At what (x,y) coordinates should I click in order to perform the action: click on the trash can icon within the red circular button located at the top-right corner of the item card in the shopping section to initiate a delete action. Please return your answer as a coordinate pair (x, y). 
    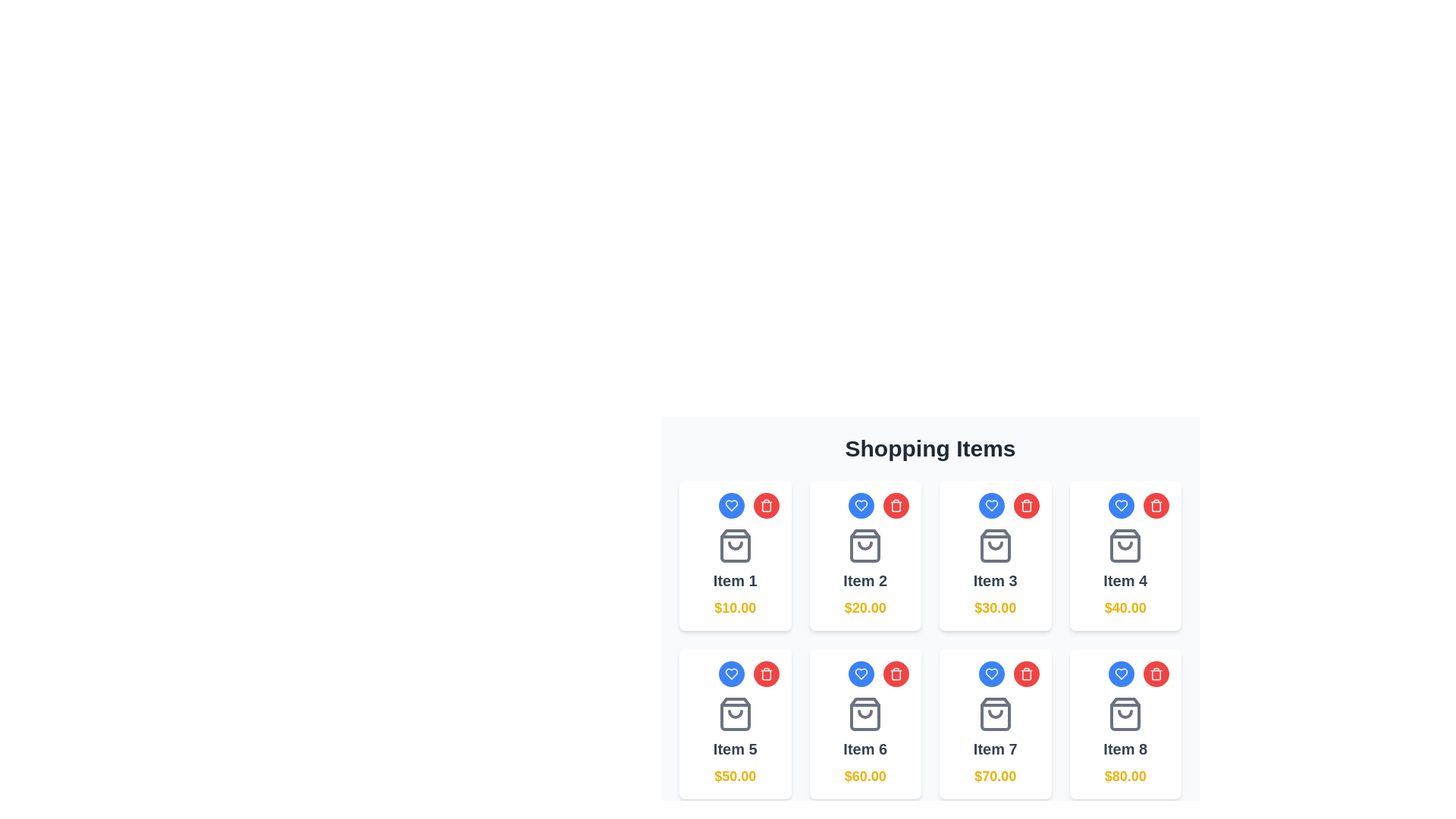
    Looking at the image, I should click on (896, 506).